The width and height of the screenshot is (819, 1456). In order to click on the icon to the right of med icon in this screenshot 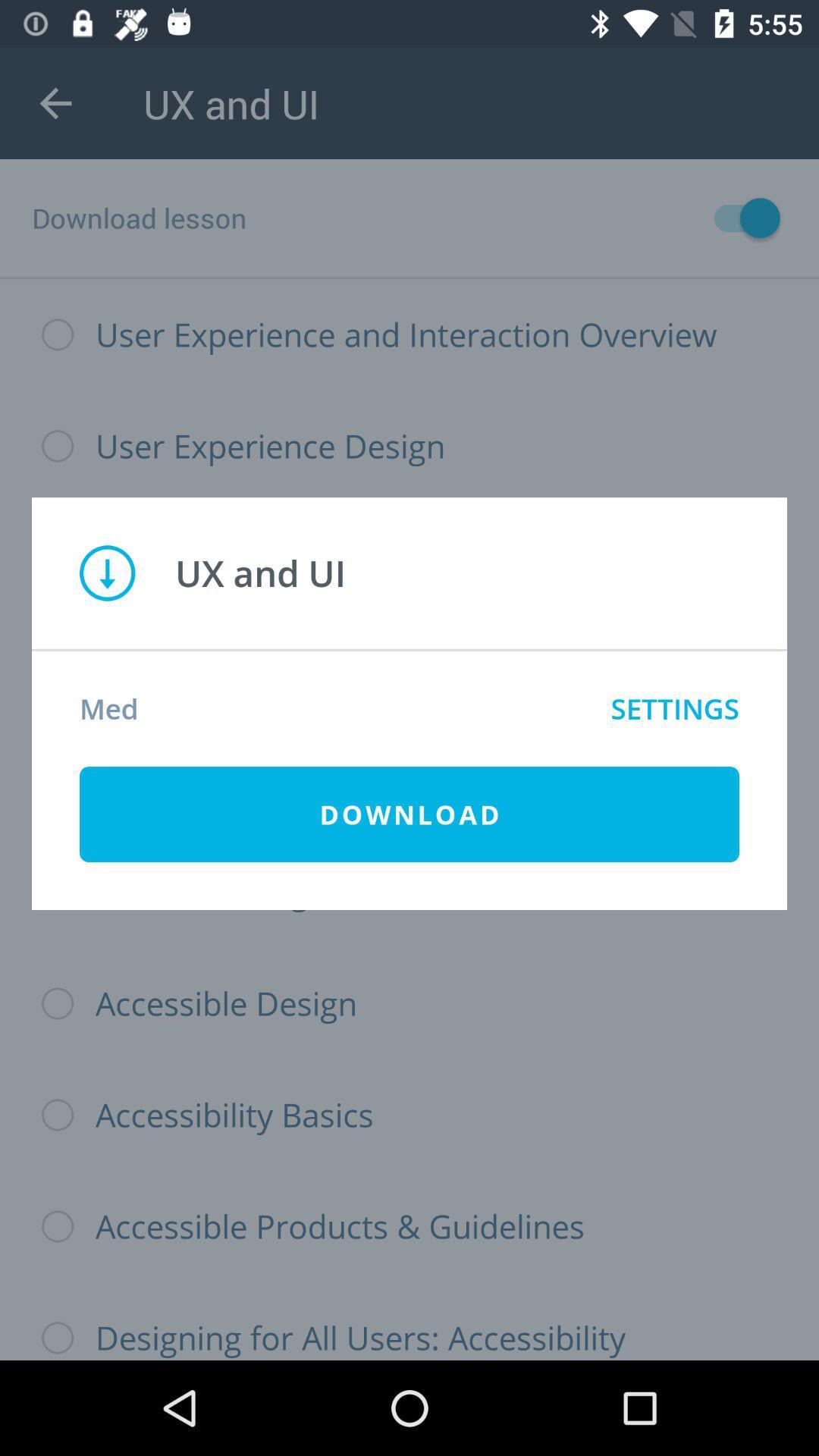, I will do `click(674, 708)`.